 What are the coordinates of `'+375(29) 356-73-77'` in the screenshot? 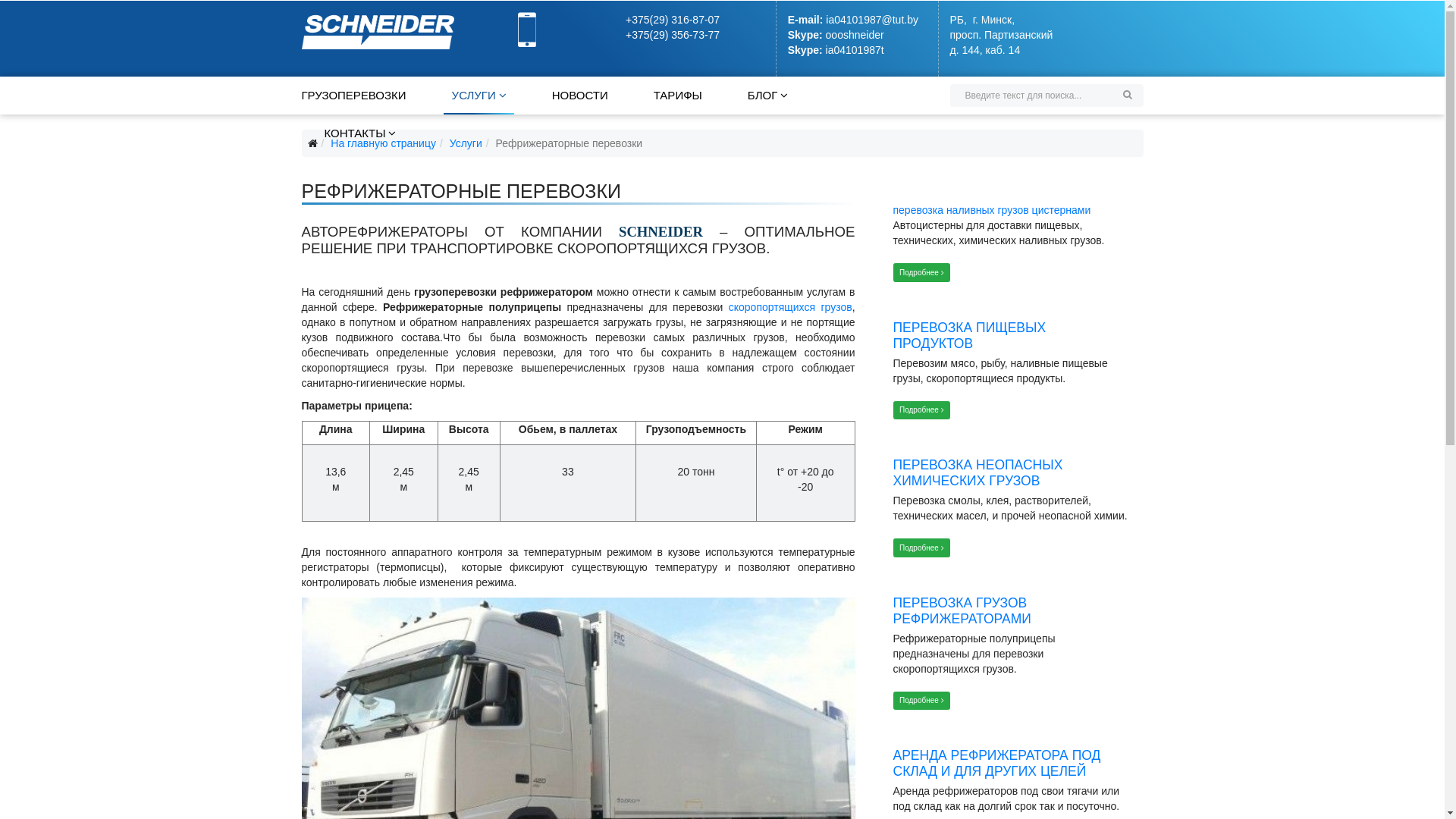 It's located at (672, 34).